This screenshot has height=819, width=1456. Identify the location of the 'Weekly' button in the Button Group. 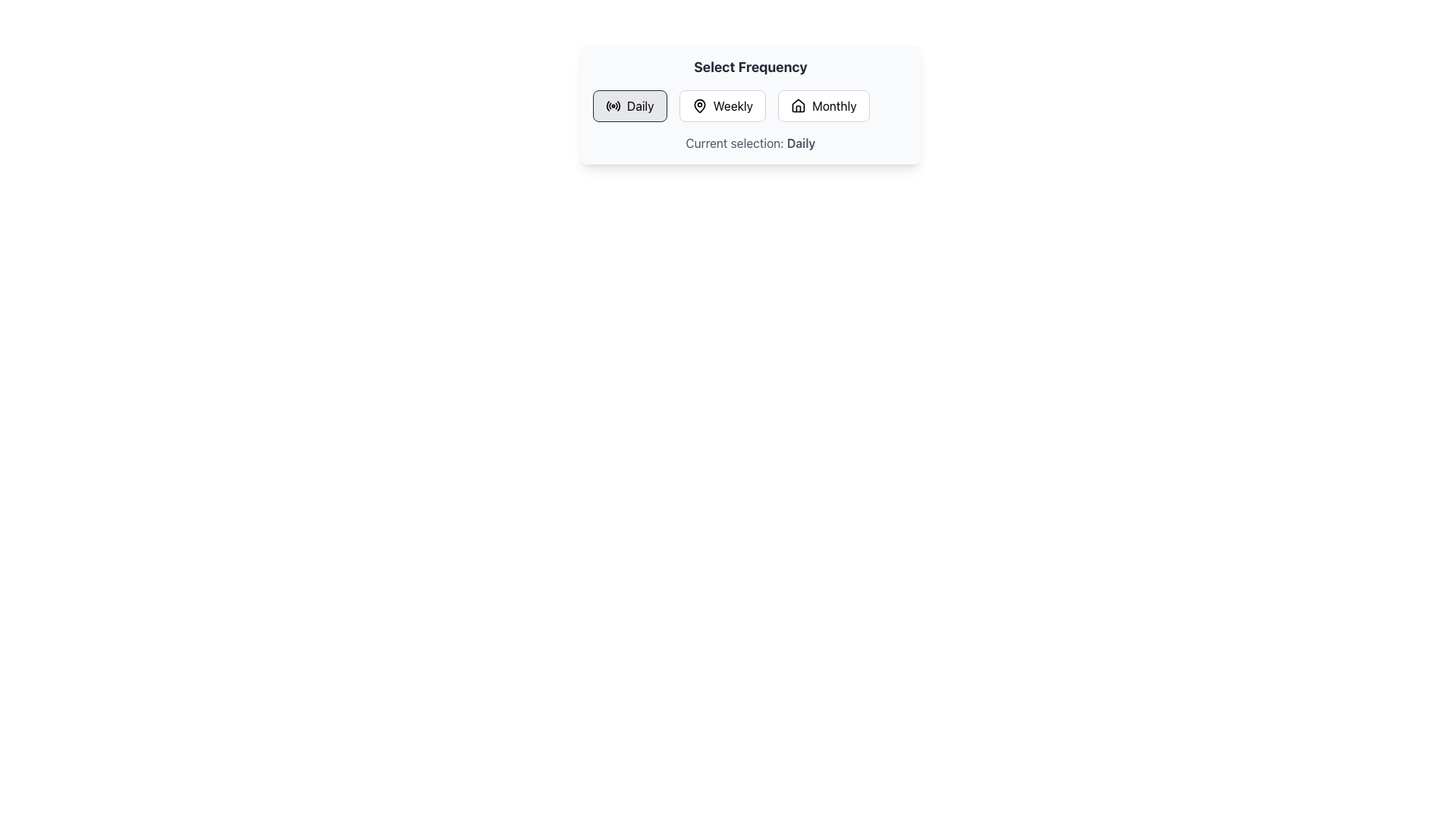
(750, 105).